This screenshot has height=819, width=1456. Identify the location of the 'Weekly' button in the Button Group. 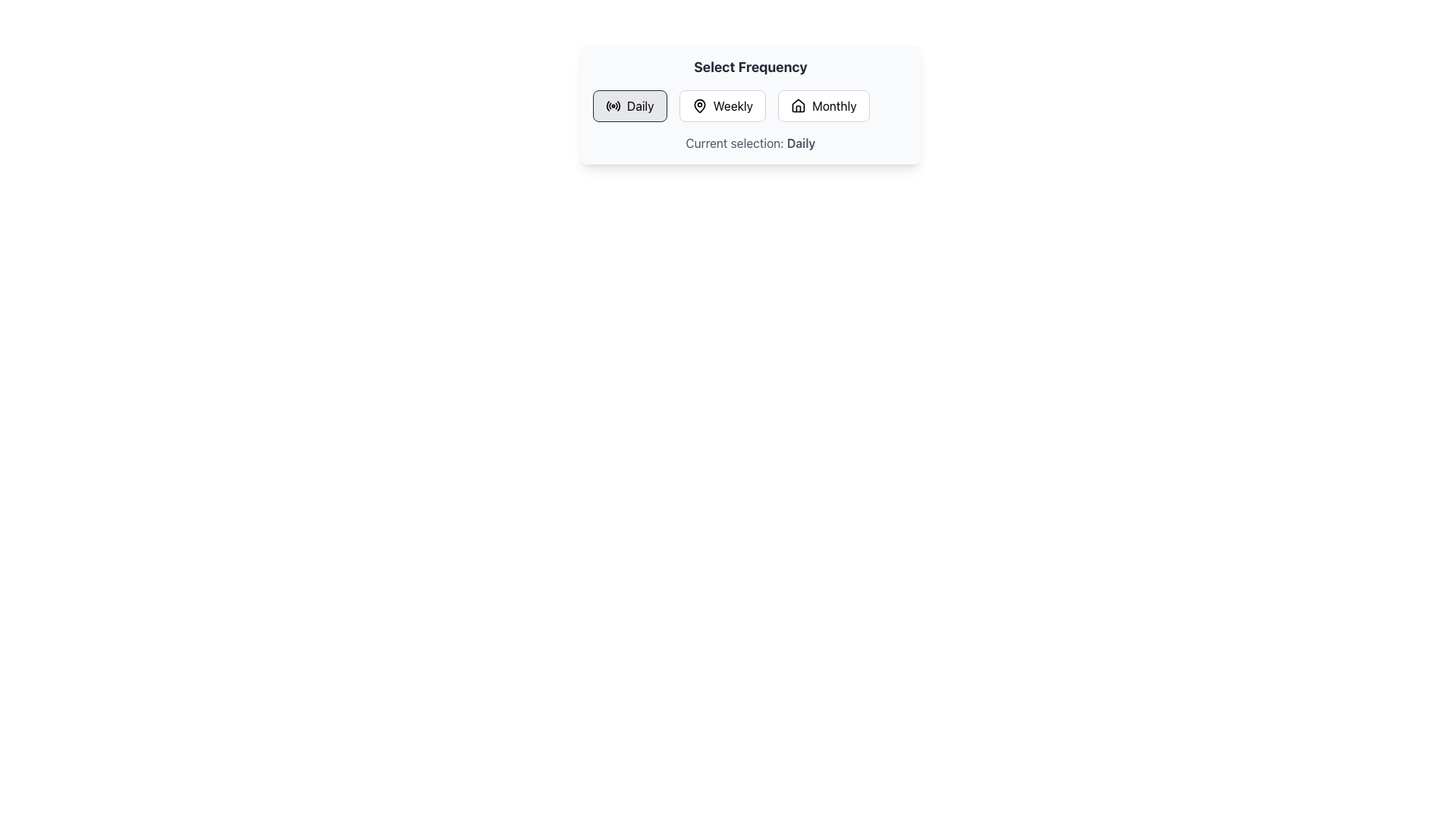
(750, 105).